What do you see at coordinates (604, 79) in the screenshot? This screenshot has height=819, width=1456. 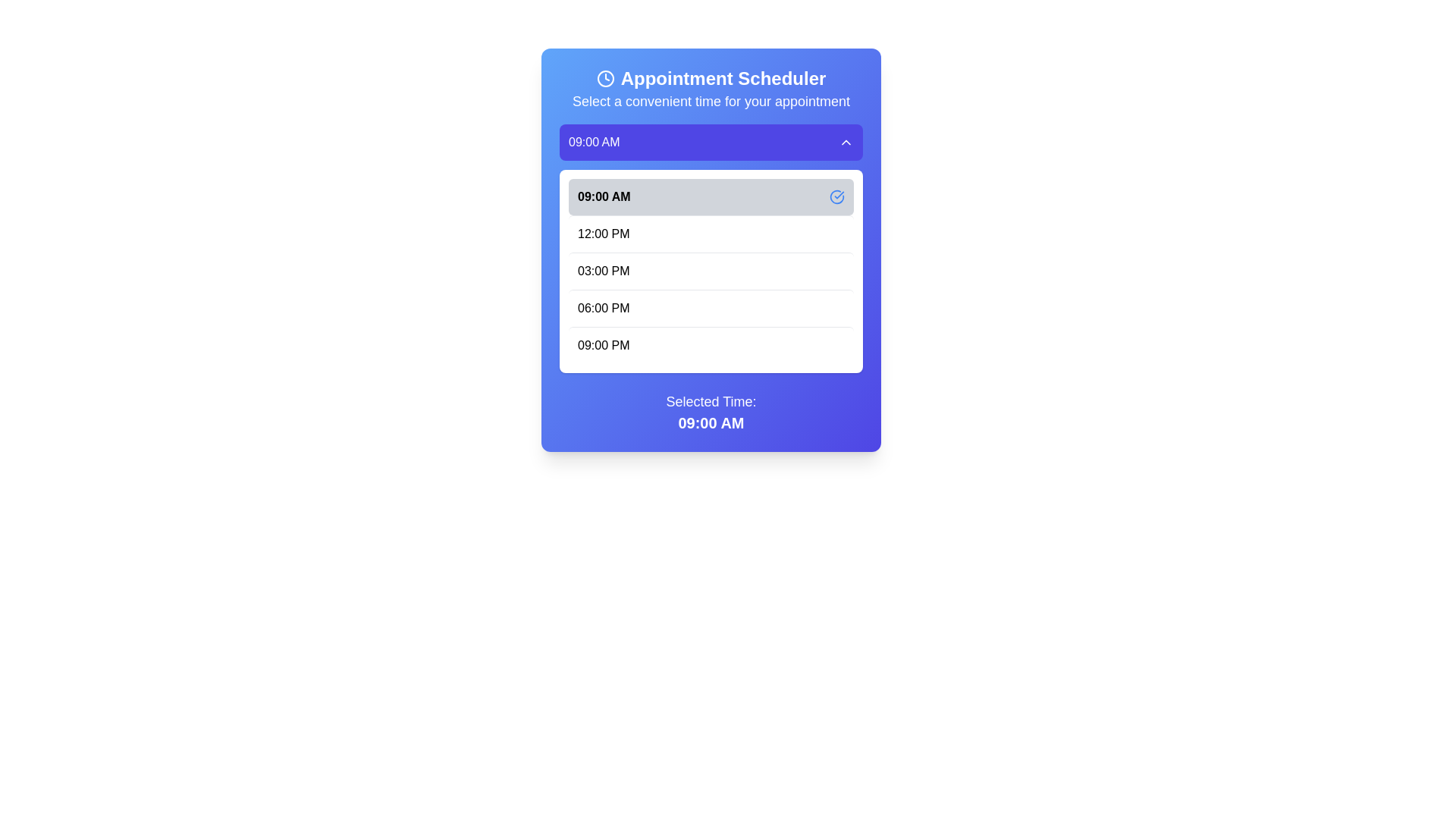 I see `the clock icon located in the header section of the 'Appointment Scheduler' interface, positioned to the left of the title` at bounding box center [604, 79].